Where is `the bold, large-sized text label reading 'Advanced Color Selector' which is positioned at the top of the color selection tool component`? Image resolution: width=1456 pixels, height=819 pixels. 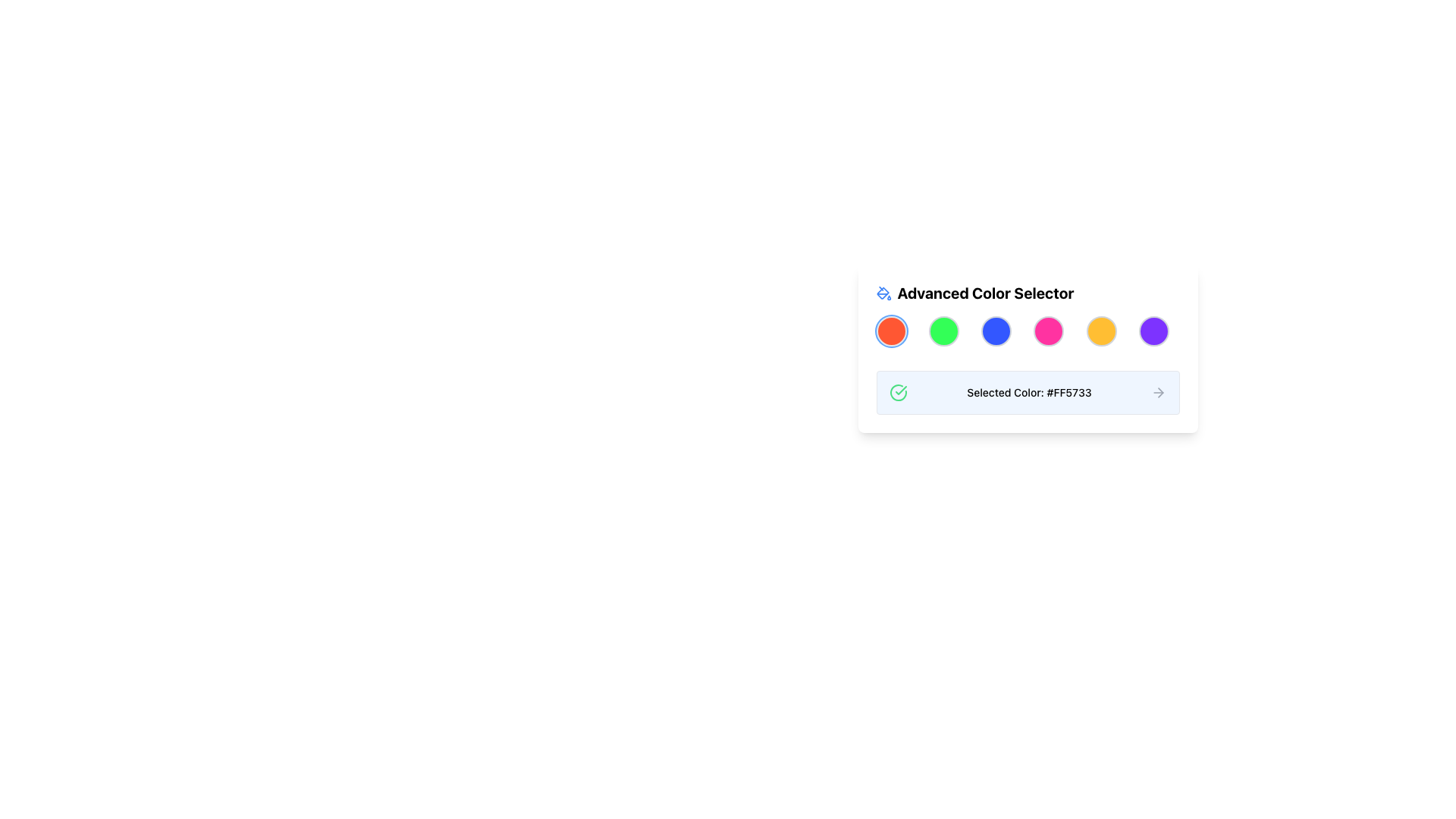 the bold, large-sized text label reading 'Advanced Color Selector' which is positioned at the top of the color selection tool component is located at coordinates (985, 293).